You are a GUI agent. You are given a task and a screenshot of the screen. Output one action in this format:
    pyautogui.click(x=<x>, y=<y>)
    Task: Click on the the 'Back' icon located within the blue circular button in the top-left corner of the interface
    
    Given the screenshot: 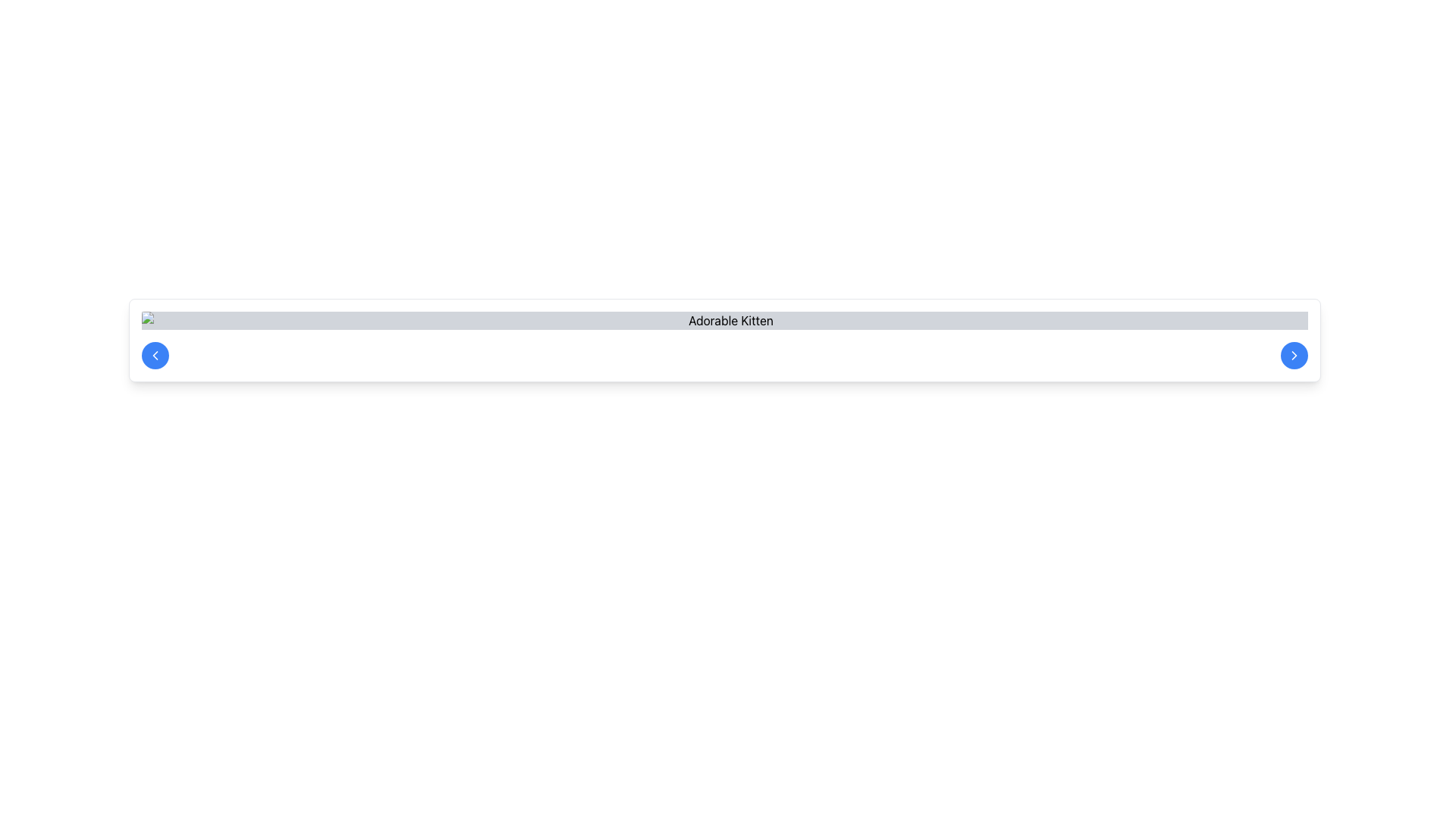 What is the action you would take?
    pyautogui.click(x=155, y=356)
    